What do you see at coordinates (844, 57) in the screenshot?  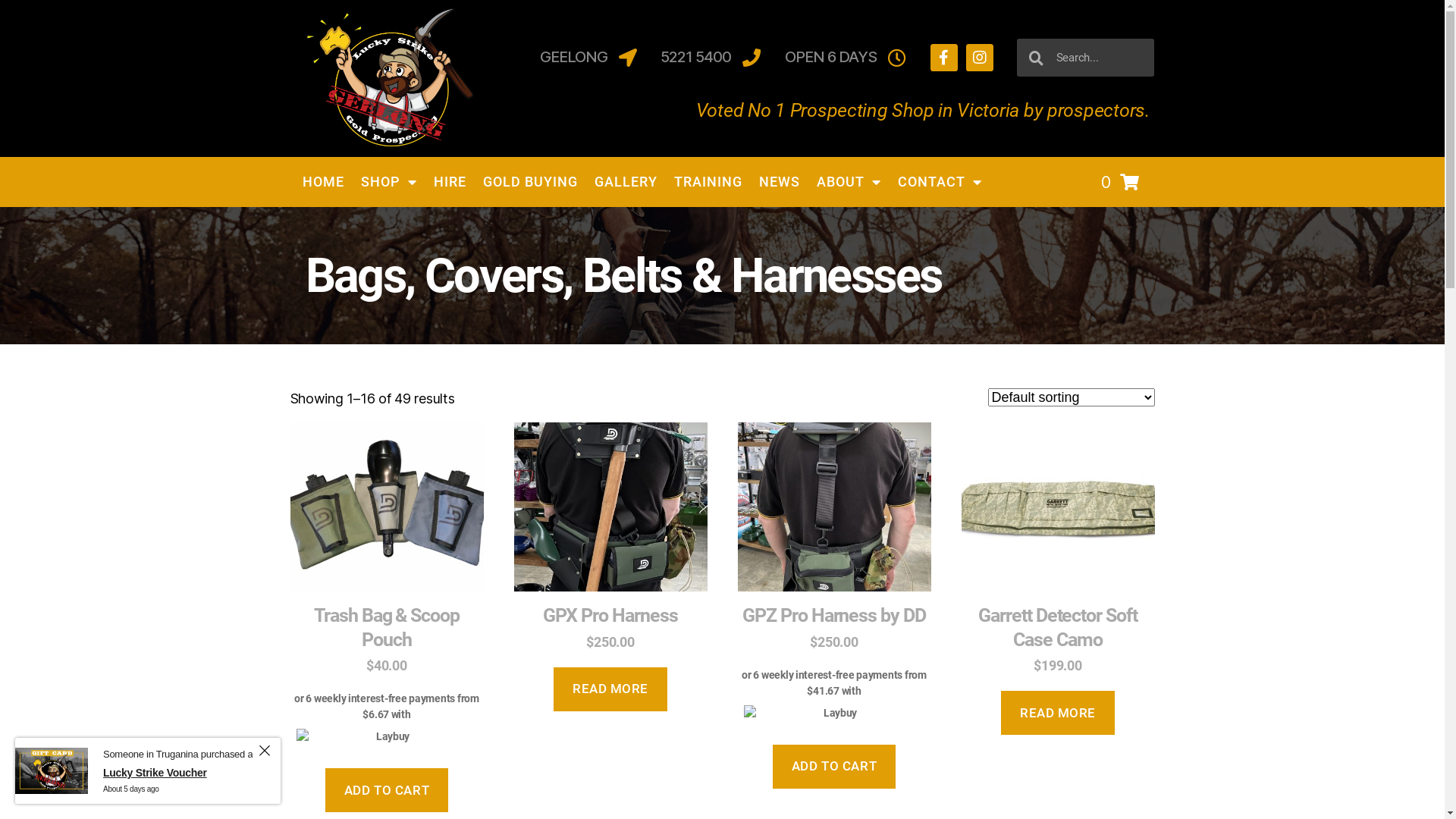 I see `'OPEN 6 DAYS'` at bounding box center [844, 57].